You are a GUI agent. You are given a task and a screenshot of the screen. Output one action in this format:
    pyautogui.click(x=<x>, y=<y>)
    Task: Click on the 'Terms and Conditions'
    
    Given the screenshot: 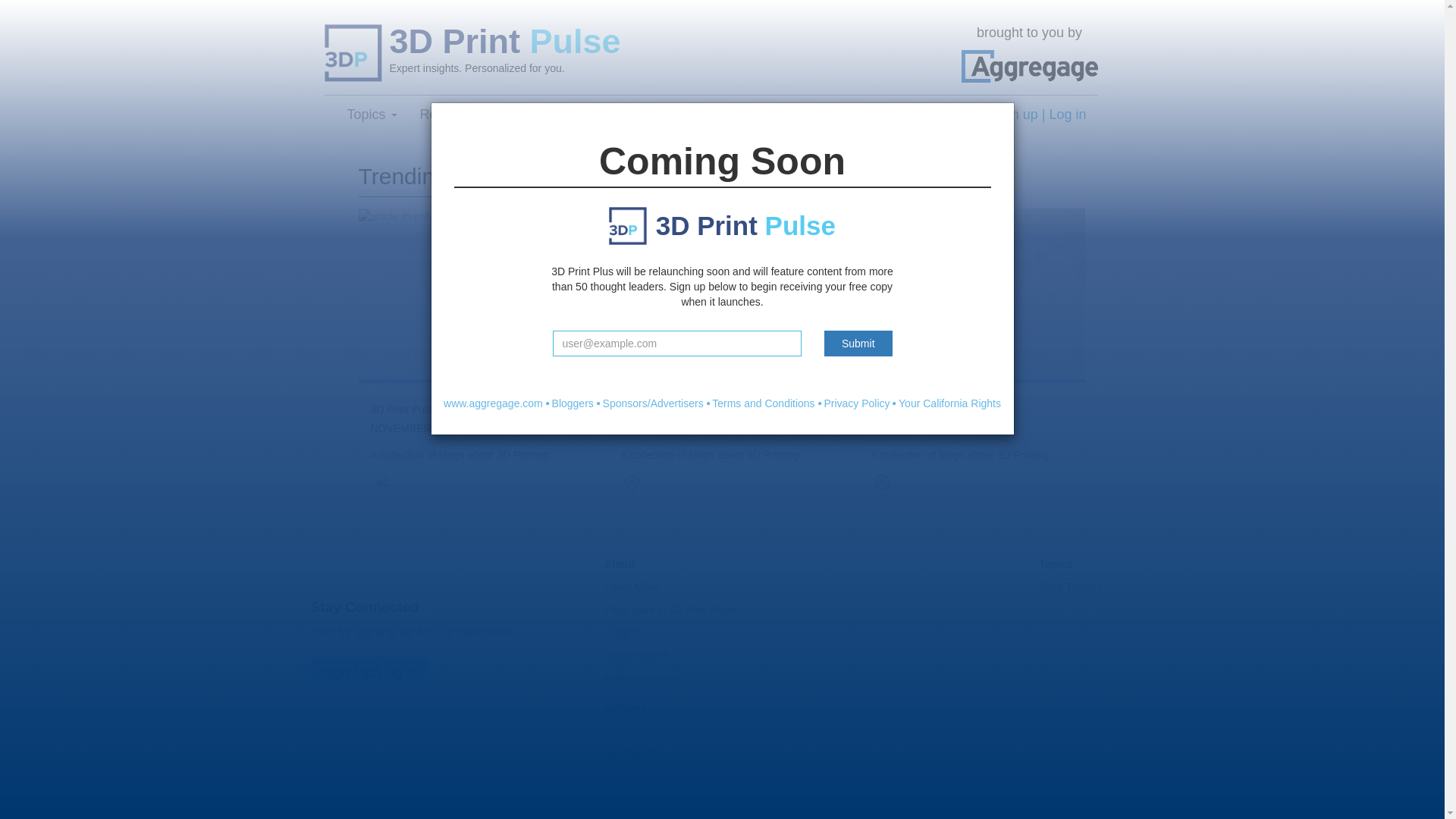 What is the action you would take?
    pyautogui.click(x=763, y=403)
    